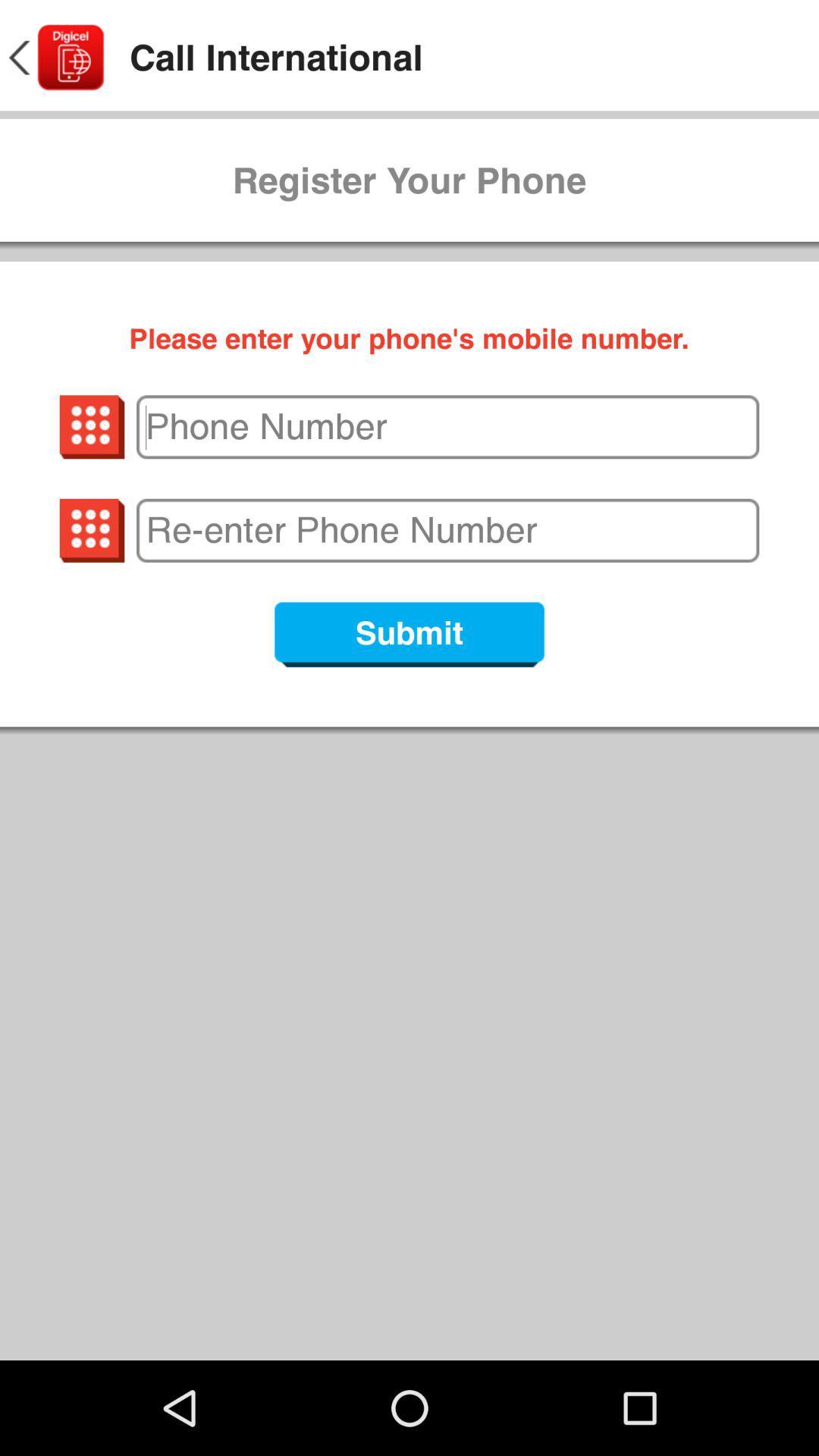 This screenshot has height=1456, width=819. I want to click on submit icon, so click(409, 634).